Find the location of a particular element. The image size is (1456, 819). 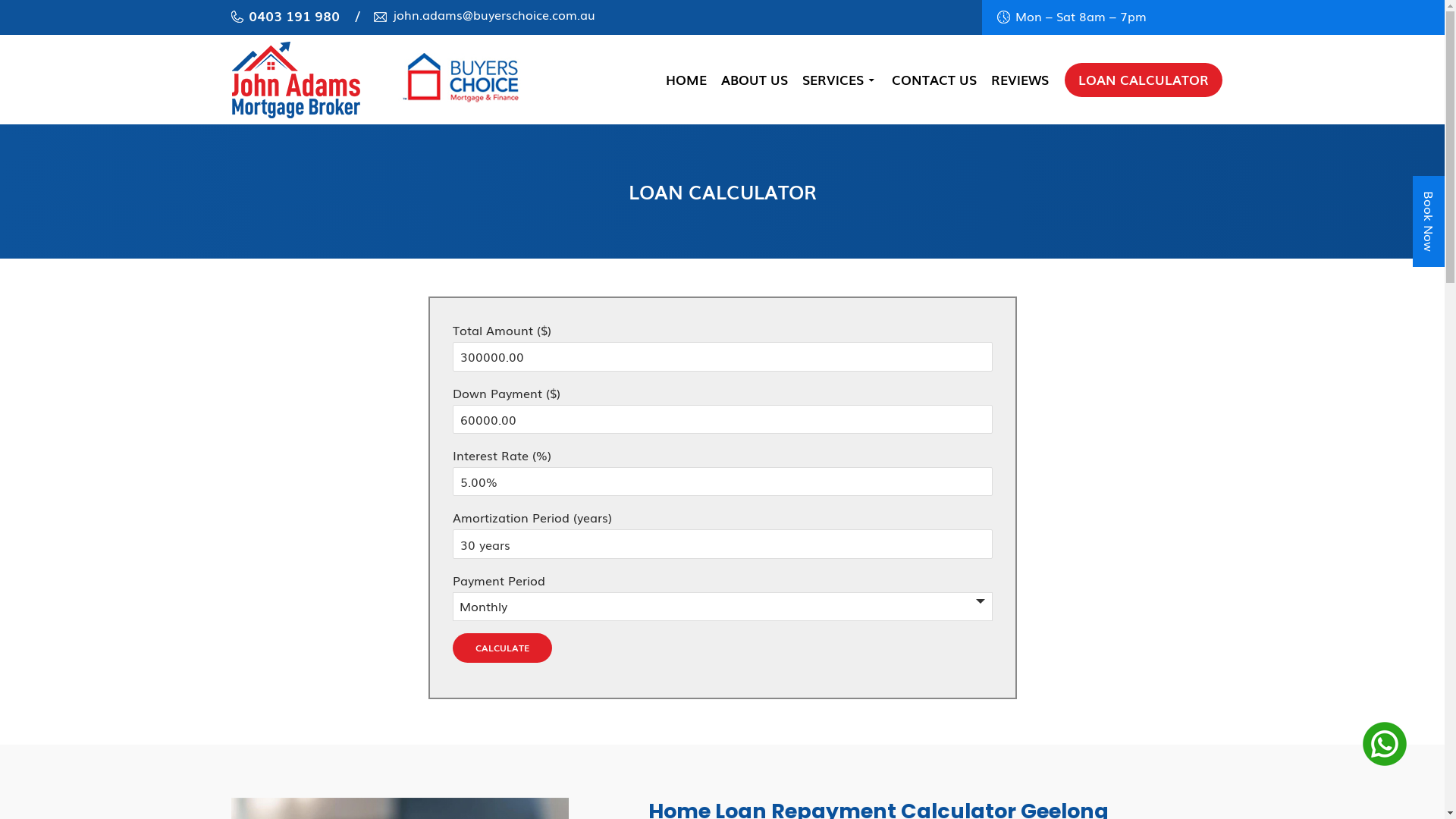

'REVIEWS' is located at coordinates (984, 79).